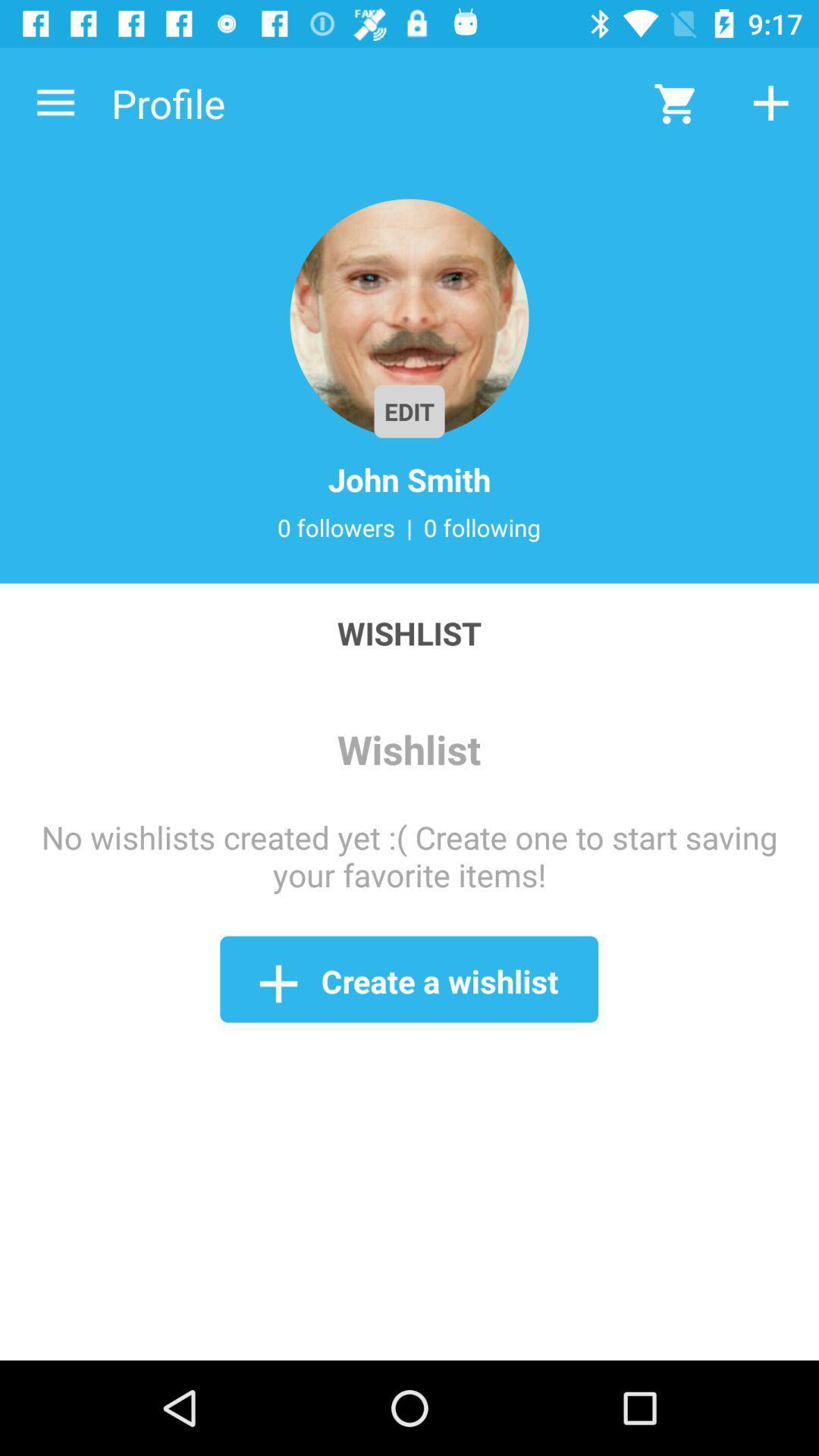 Image resolution: width=819 pixels, height=1456 pixels. I want to click on the item next to the   |   item, so click(335, 527).